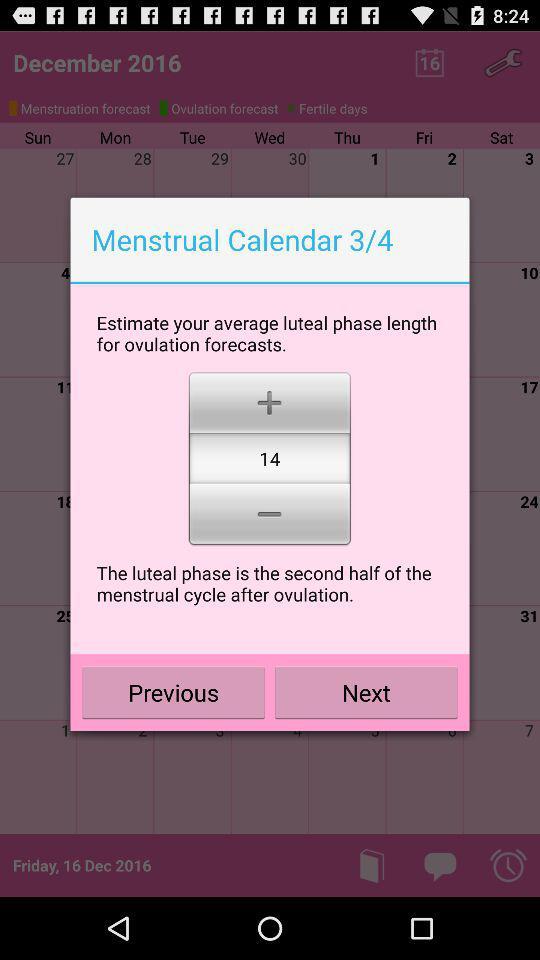 The height and width of the screenshot is (960, 540). Describe the element at coordinates (365, 692) in the screenshot. I see `the button to the right of the previous button` at that location.